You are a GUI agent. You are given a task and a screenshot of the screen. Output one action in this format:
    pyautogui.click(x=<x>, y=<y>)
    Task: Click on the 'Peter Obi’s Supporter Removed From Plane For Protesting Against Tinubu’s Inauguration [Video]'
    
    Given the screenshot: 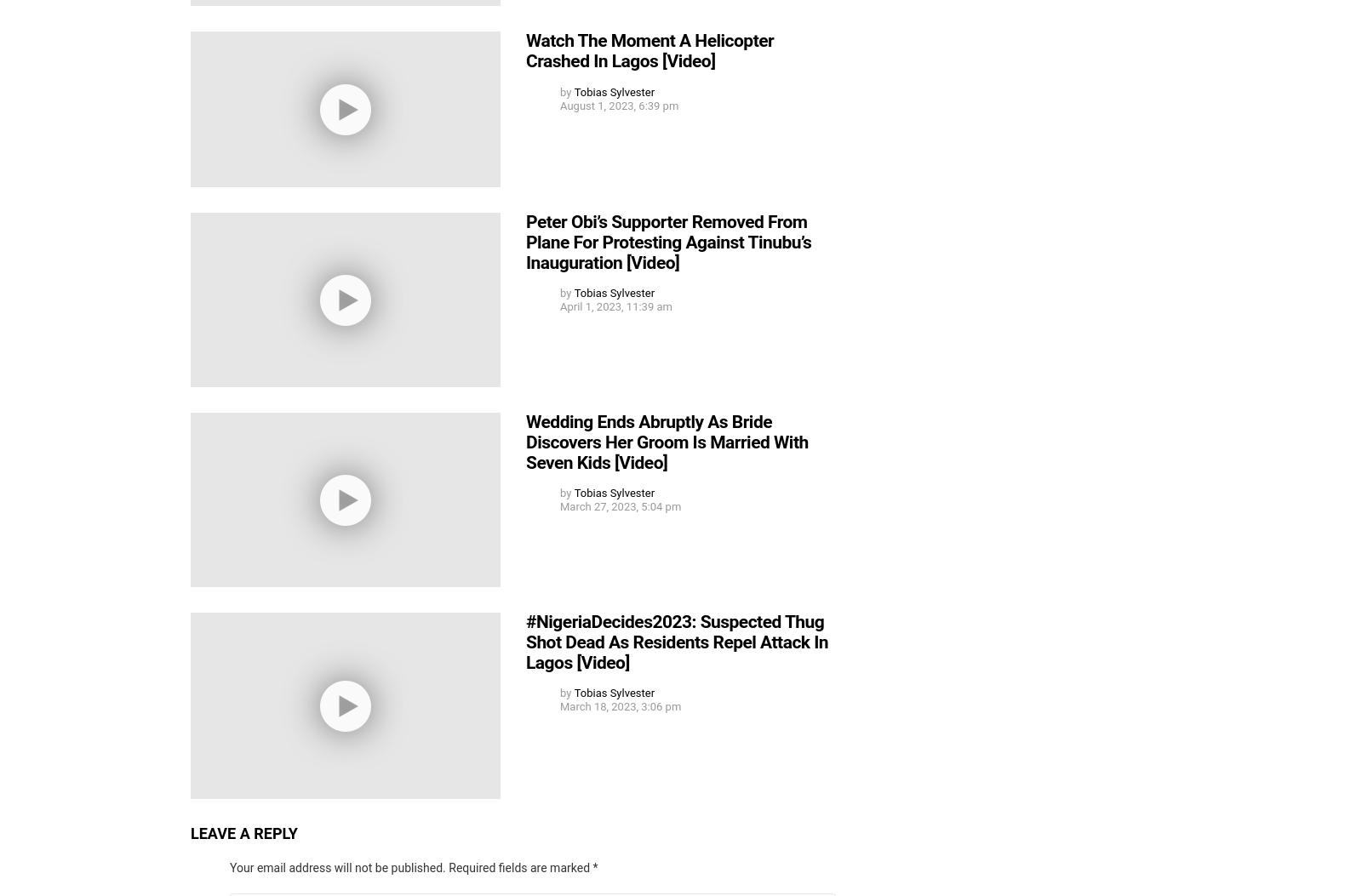 What is the action you would take?
    pyautogui.click(x=668, y=241)
    